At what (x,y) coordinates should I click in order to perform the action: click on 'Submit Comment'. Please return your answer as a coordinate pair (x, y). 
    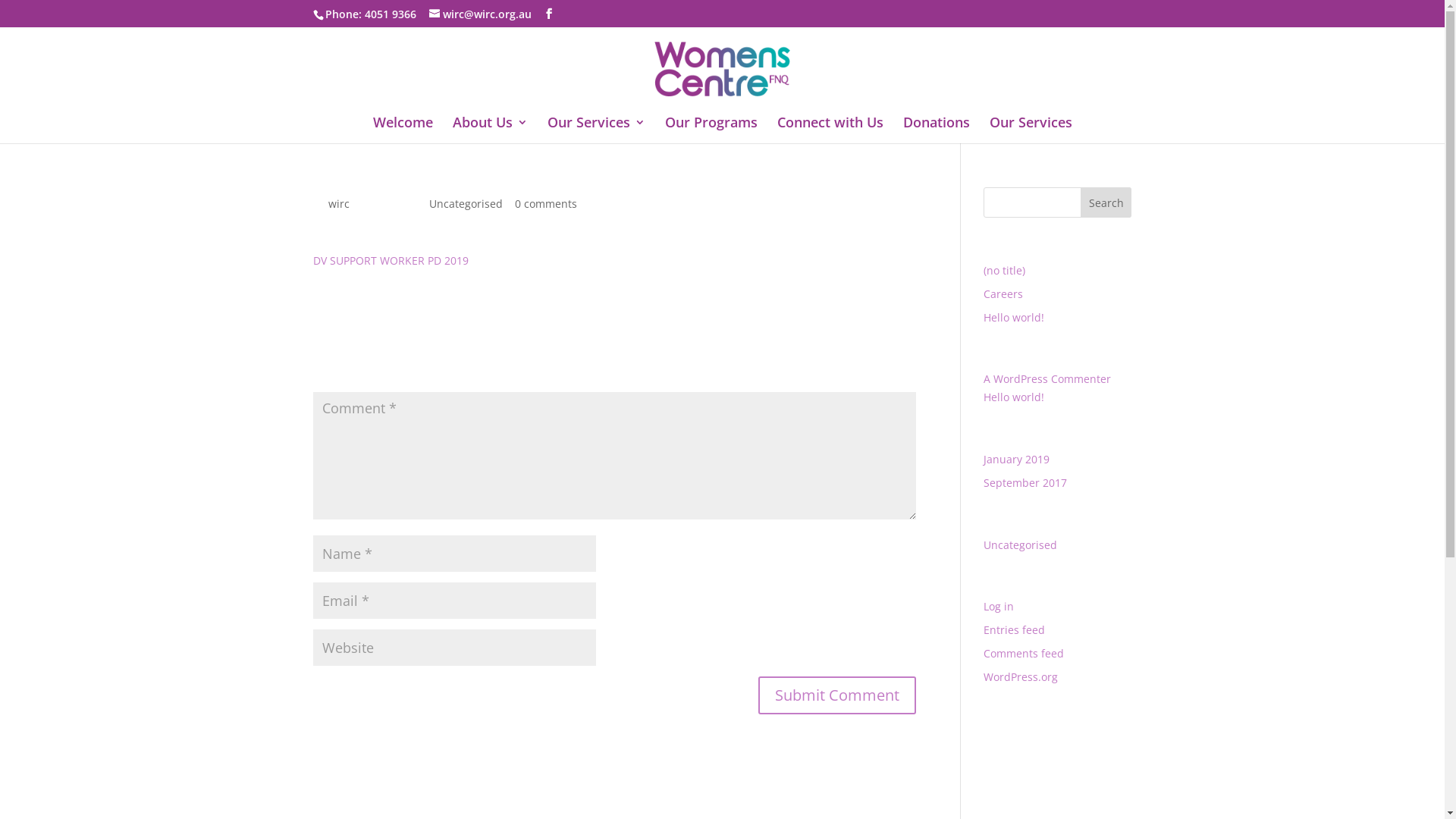
    Looking at the image, I should click on (836, 695).